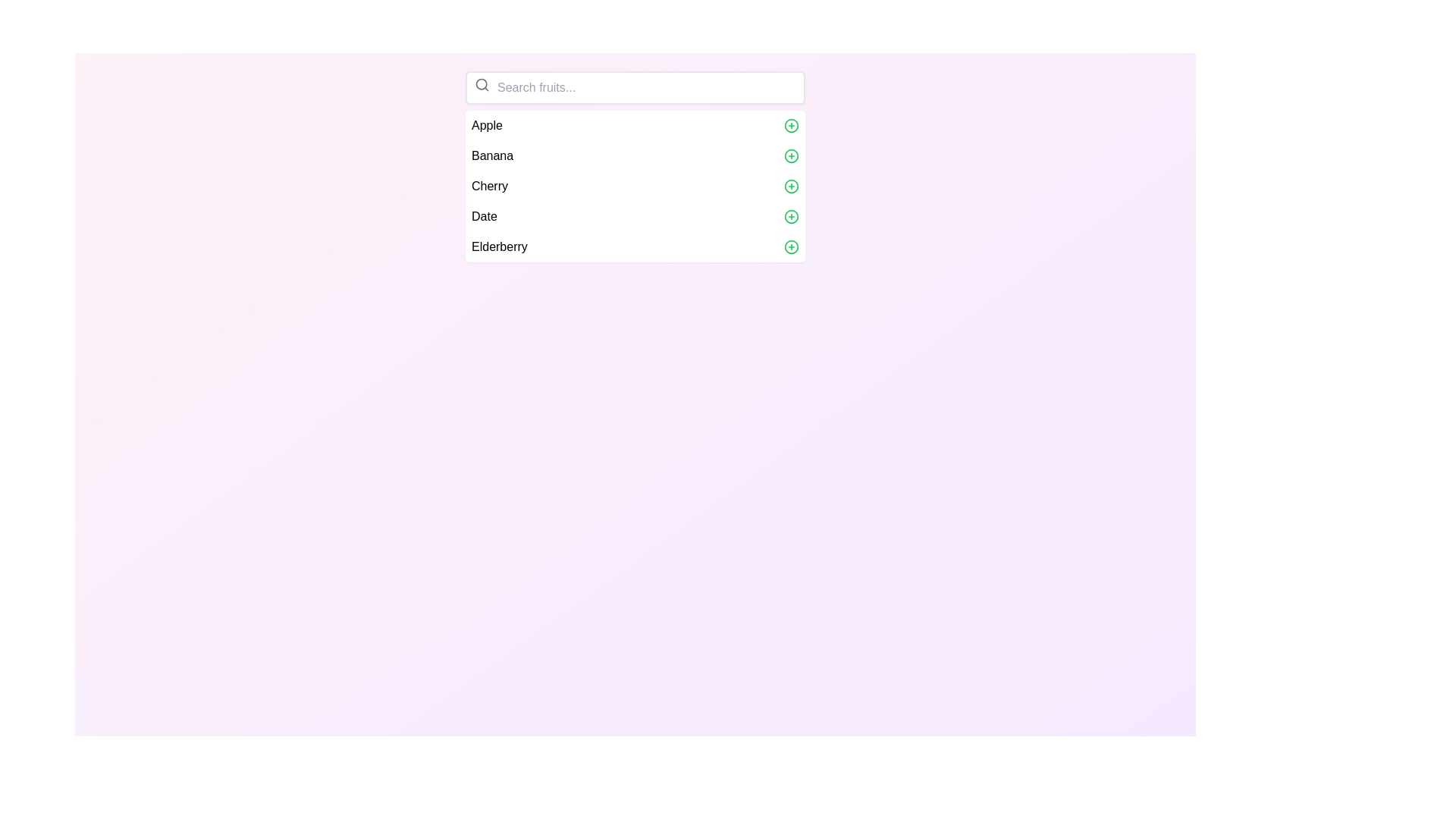  Describe the element at coordinates (790, 155) in the screenshot. I see `the circular 'add' button located to the far right of the row labeled 'Banana'` at that location.